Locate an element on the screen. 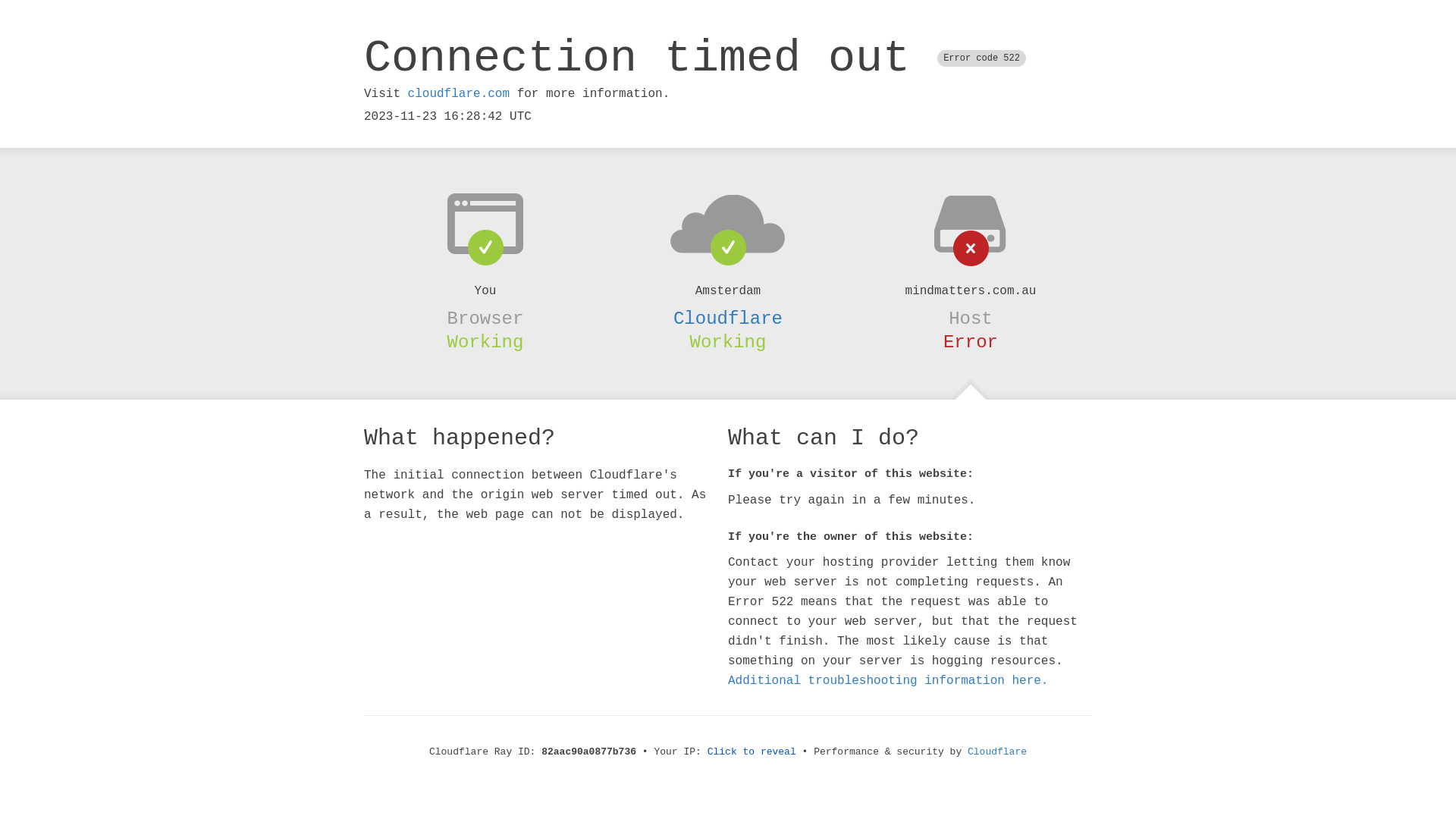 The width and height of the screenshot is (1456, 819). 'Cloudflare' is located at coordinates (728, 318).